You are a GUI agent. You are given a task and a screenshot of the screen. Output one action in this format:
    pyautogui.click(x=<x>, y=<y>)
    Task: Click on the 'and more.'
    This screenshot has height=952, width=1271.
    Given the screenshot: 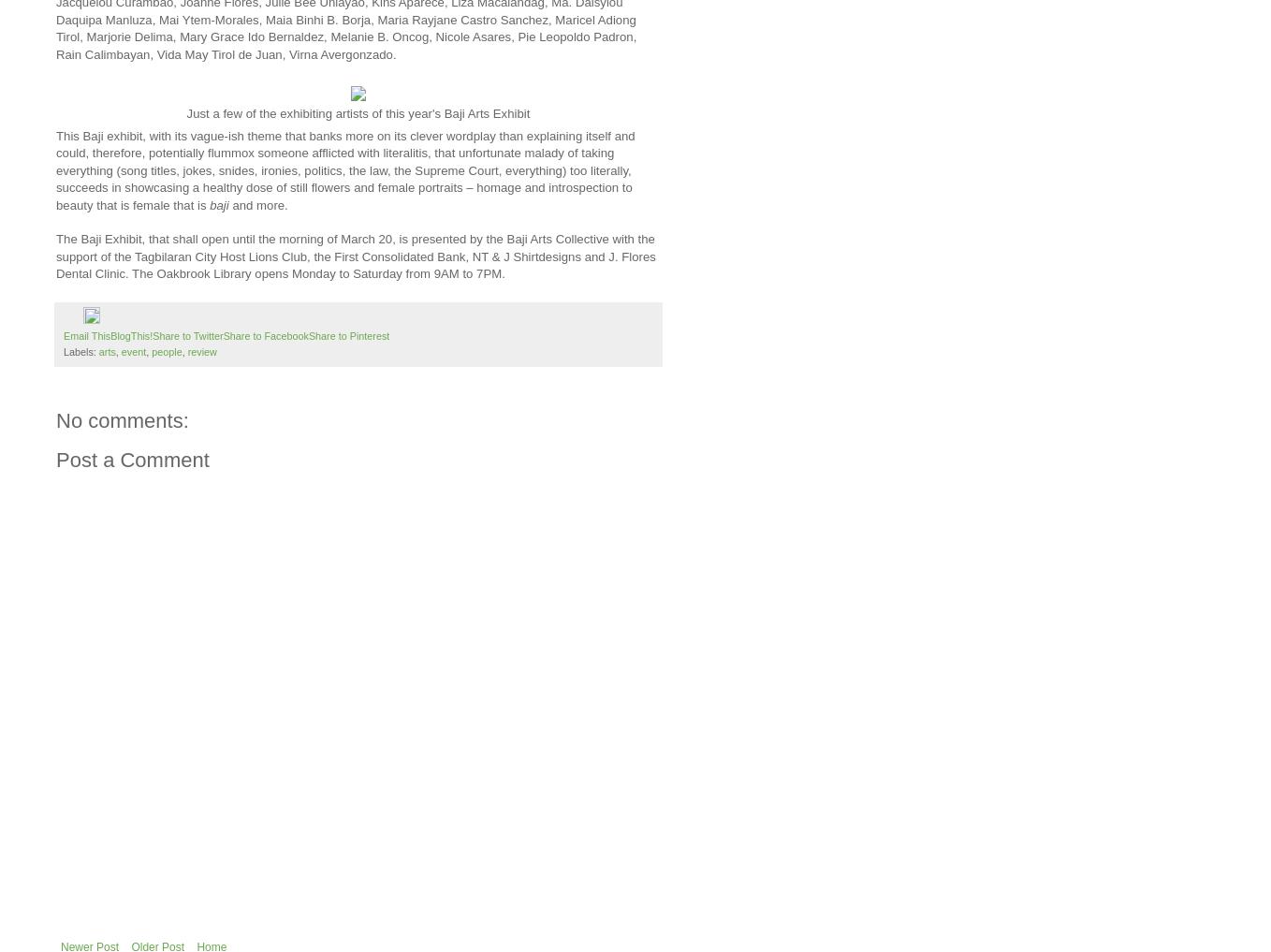 What is the action you would take?
    pyautogui.click(x=228, y=204)
    